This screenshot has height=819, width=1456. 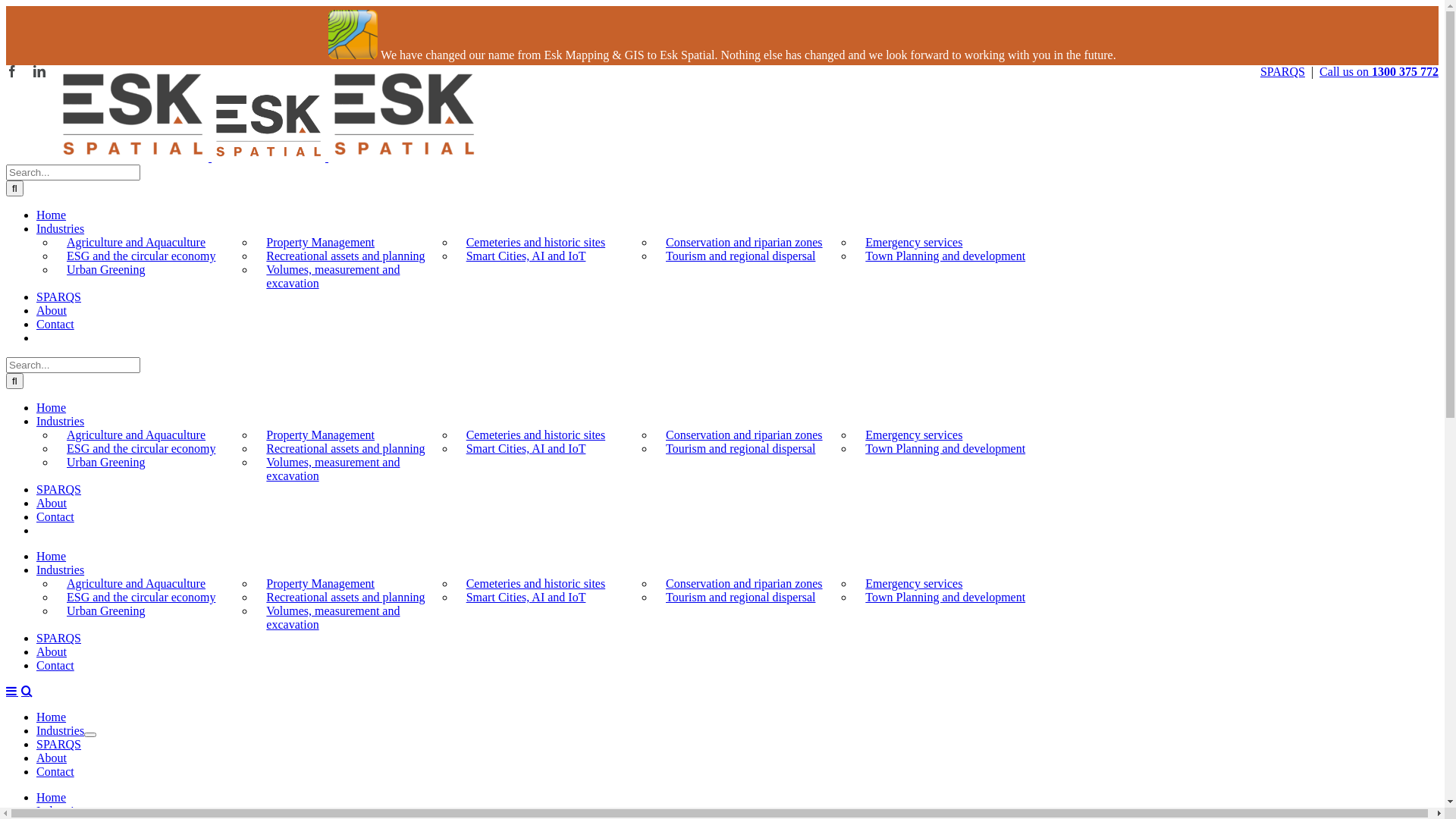 What do you see at coordinates (912, 435) in the screenshot?
I see `'Emergency services'` at bounding box center [912, 435].